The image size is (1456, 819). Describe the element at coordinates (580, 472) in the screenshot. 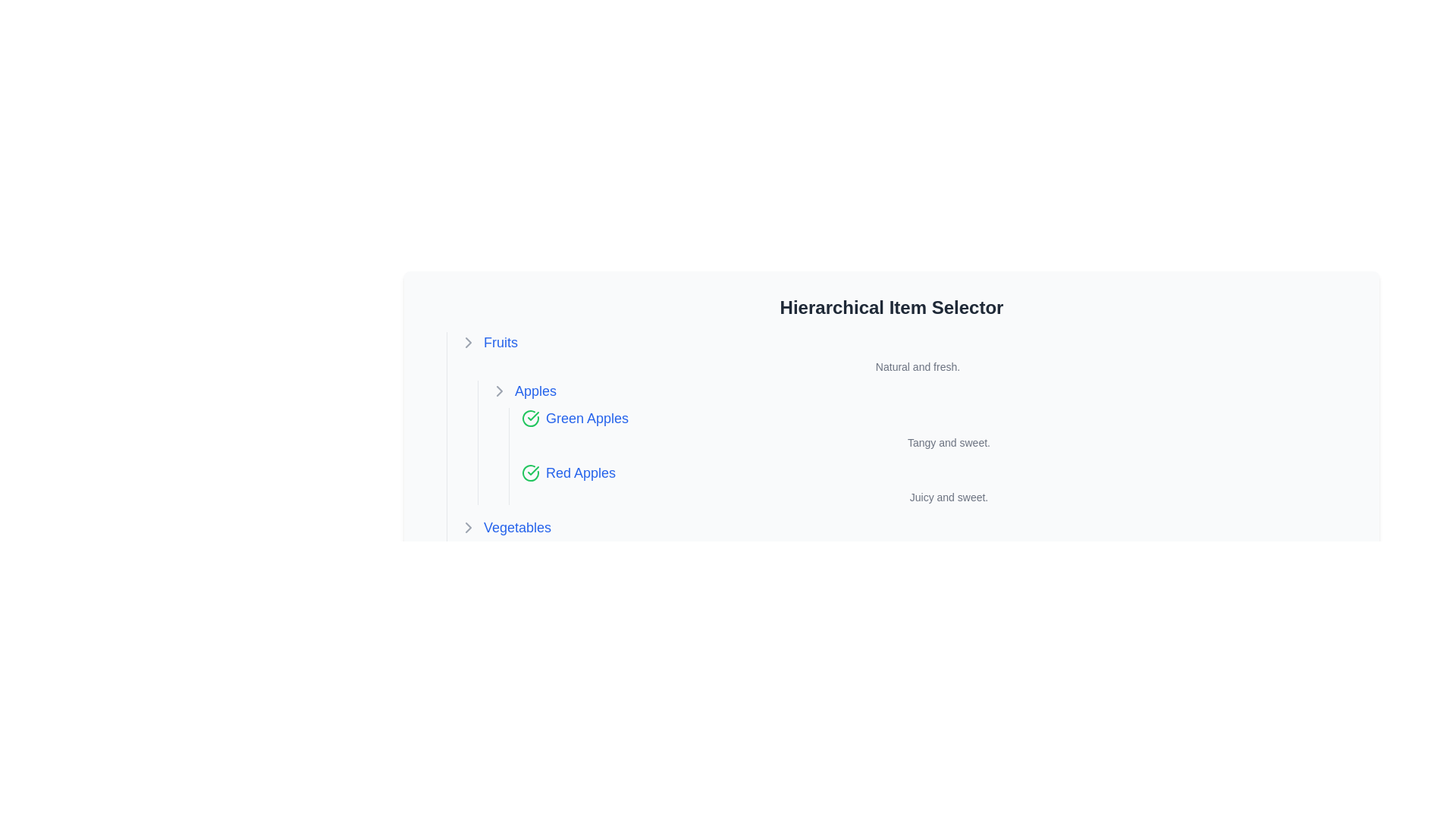

I see `the interactive text label representing 'Red Apples'` at that location.